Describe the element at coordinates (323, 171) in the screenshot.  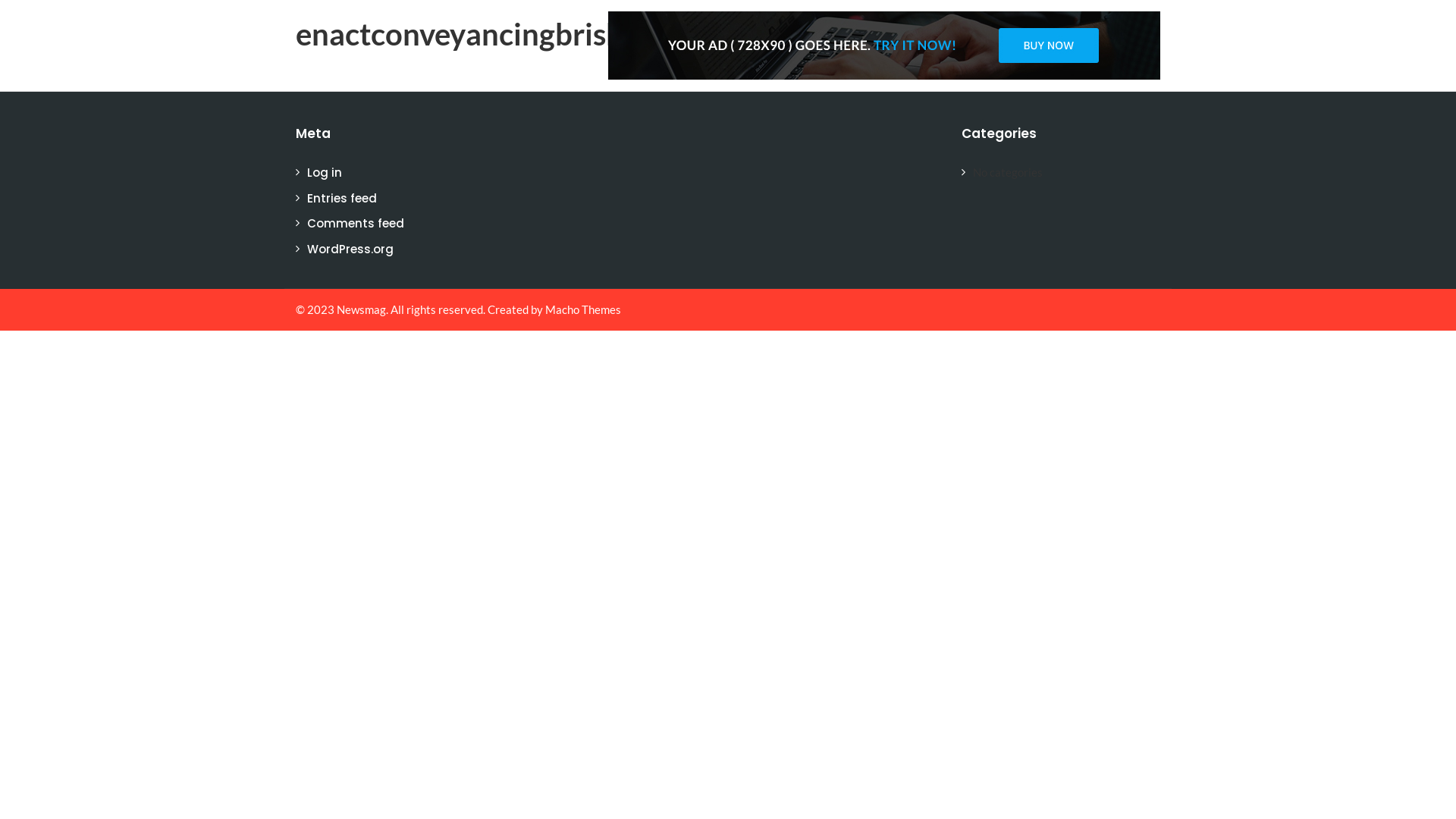
I see `'Log in'` at that location.